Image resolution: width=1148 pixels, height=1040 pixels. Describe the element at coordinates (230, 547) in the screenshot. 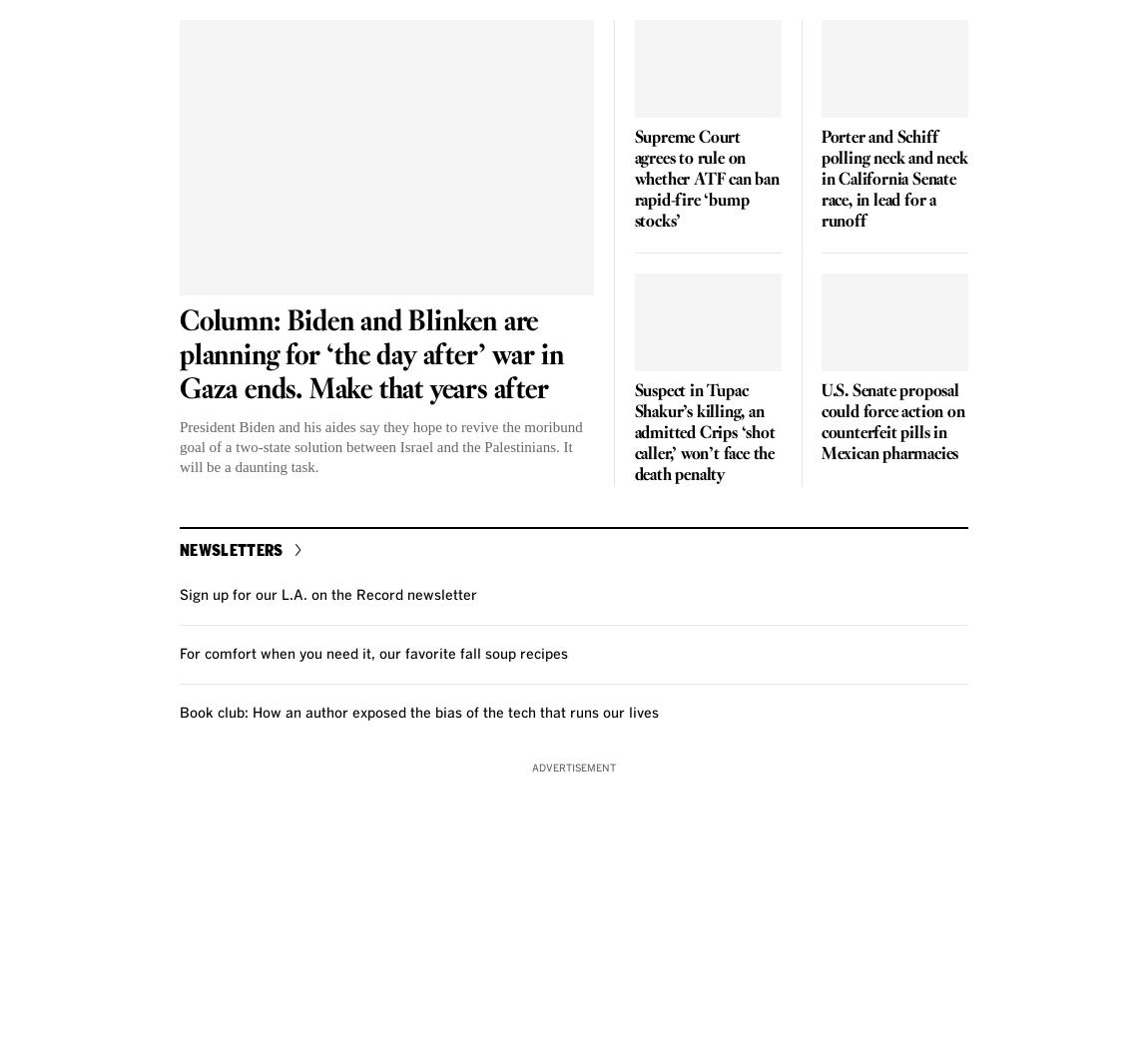

I see `'Newsletters'` at that location.